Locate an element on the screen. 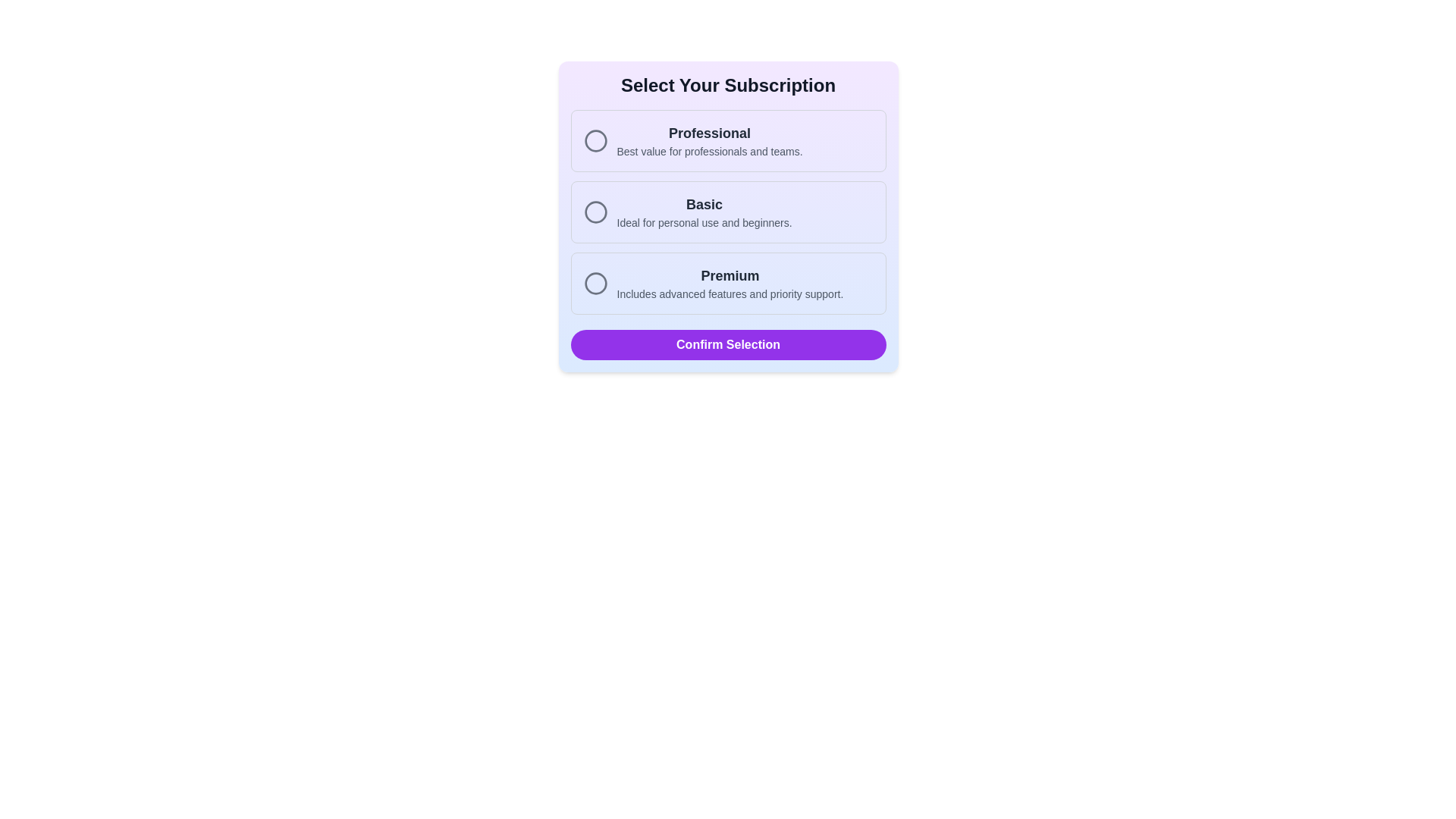  the 'Premium' text element which displays the title in bold black text and a subtitle in smaller gray text, located in the subscription selector interface is located at coordinates (730, 284).